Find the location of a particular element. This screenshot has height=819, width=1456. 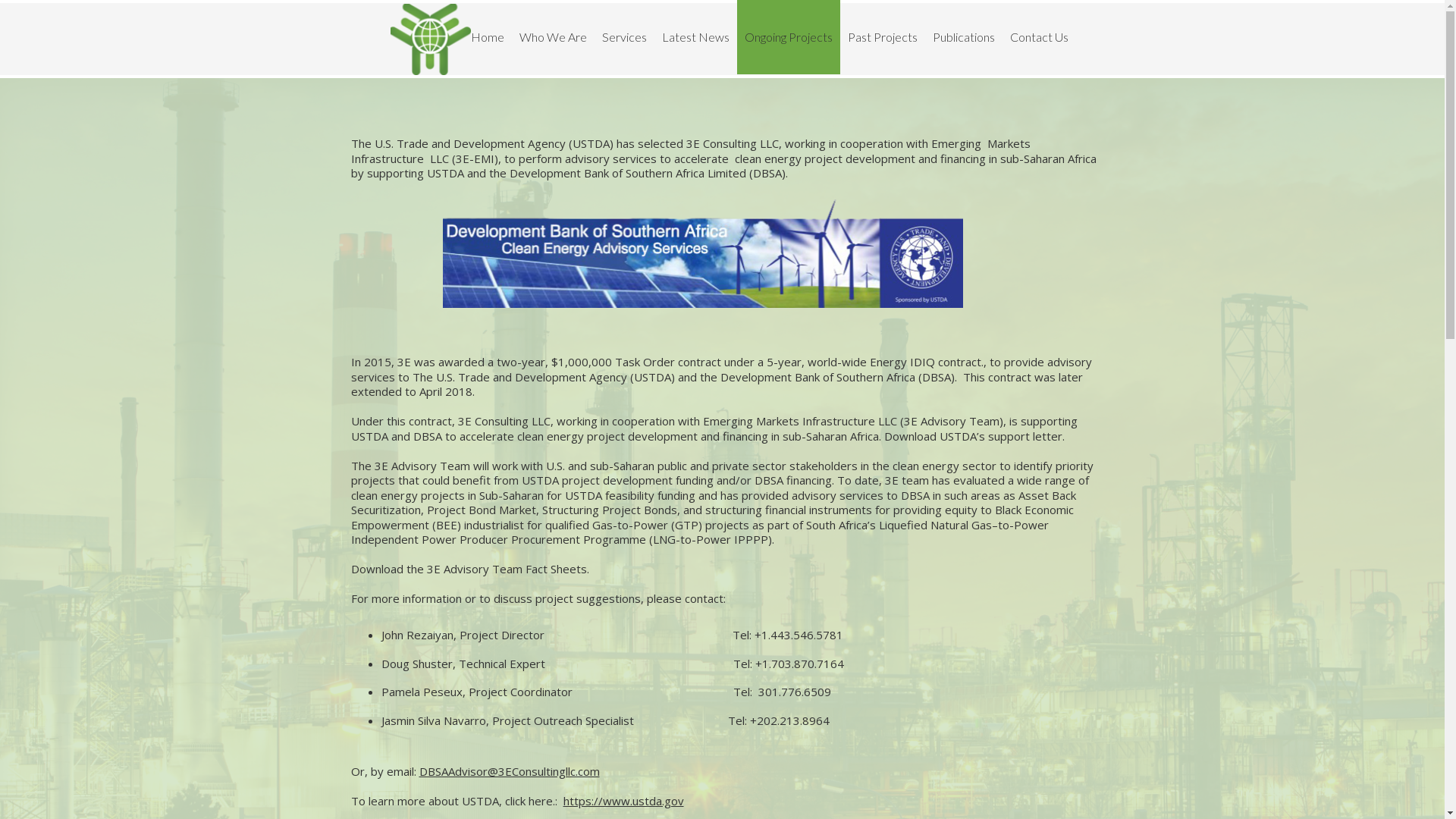

'Publications' is located at coordinates (926, 36).